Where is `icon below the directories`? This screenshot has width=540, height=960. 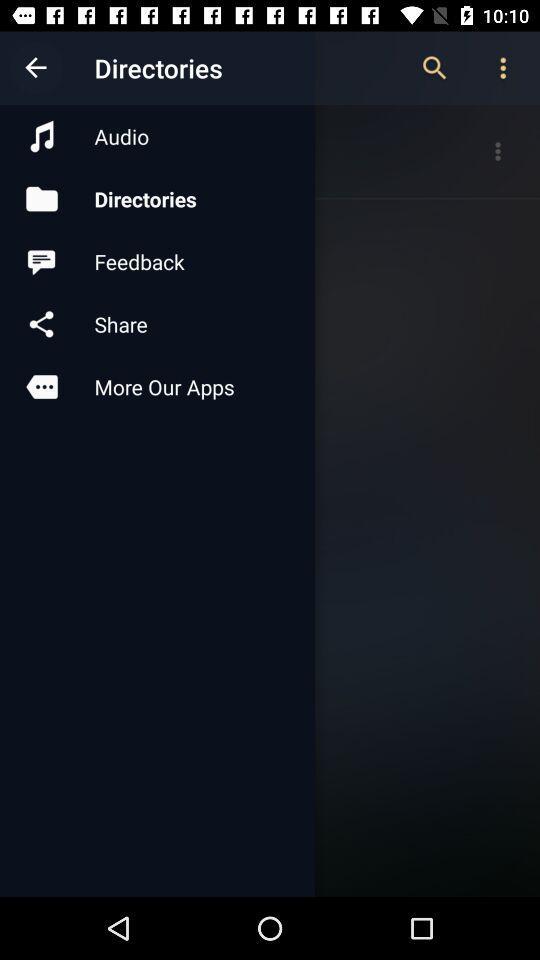
icon below the directories is located at coordinates (156, 260).